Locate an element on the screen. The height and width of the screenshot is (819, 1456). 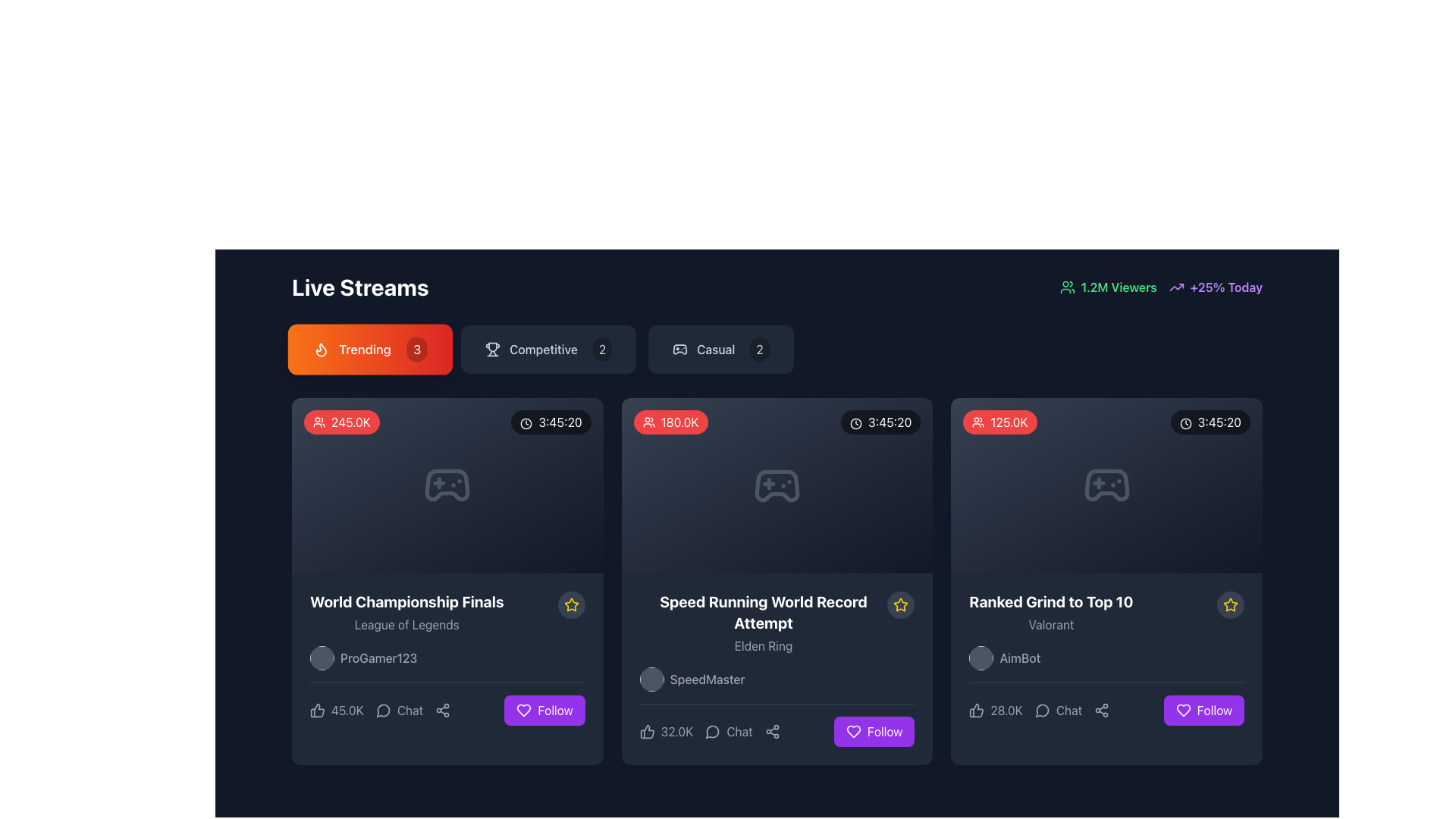
the 'Follow' text label within the button located at the bottom-right corner of the second card in the grid, which indicates the action to follow the associated stream or user is located at coordinates (885, 730).